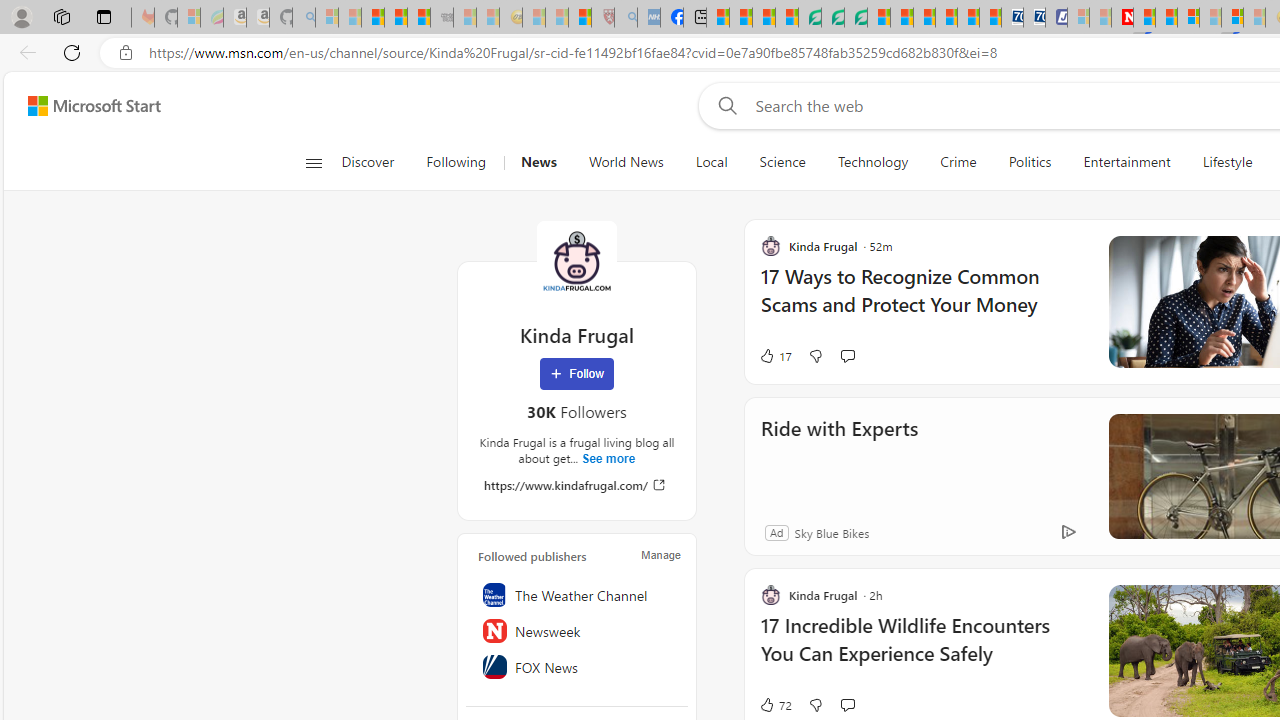  Describe the element at coordinates (624, 162) in the screenshot. I see `'World News'` at that location.